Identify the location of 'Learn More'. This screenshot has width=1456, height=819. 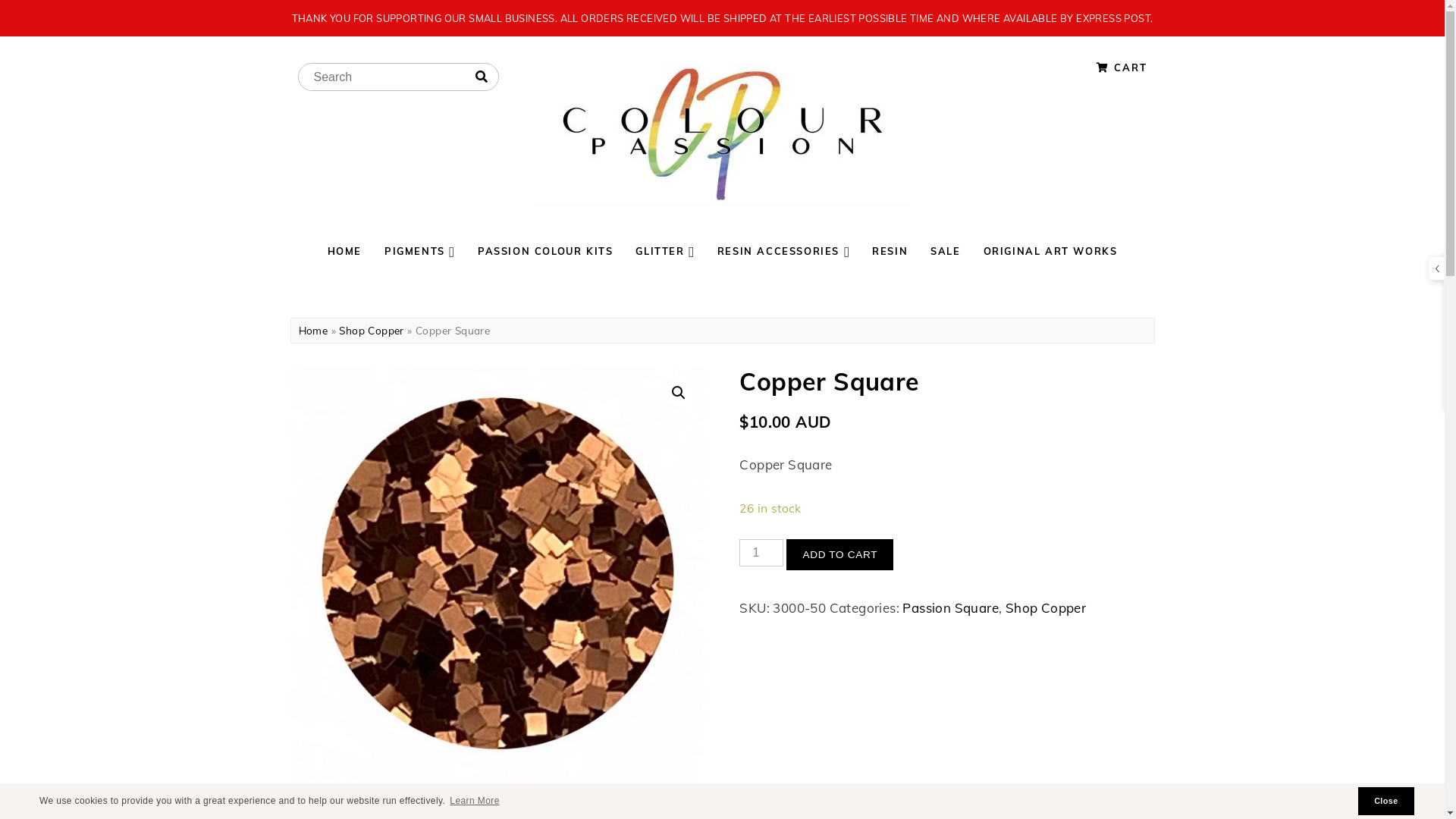
(473, 800).